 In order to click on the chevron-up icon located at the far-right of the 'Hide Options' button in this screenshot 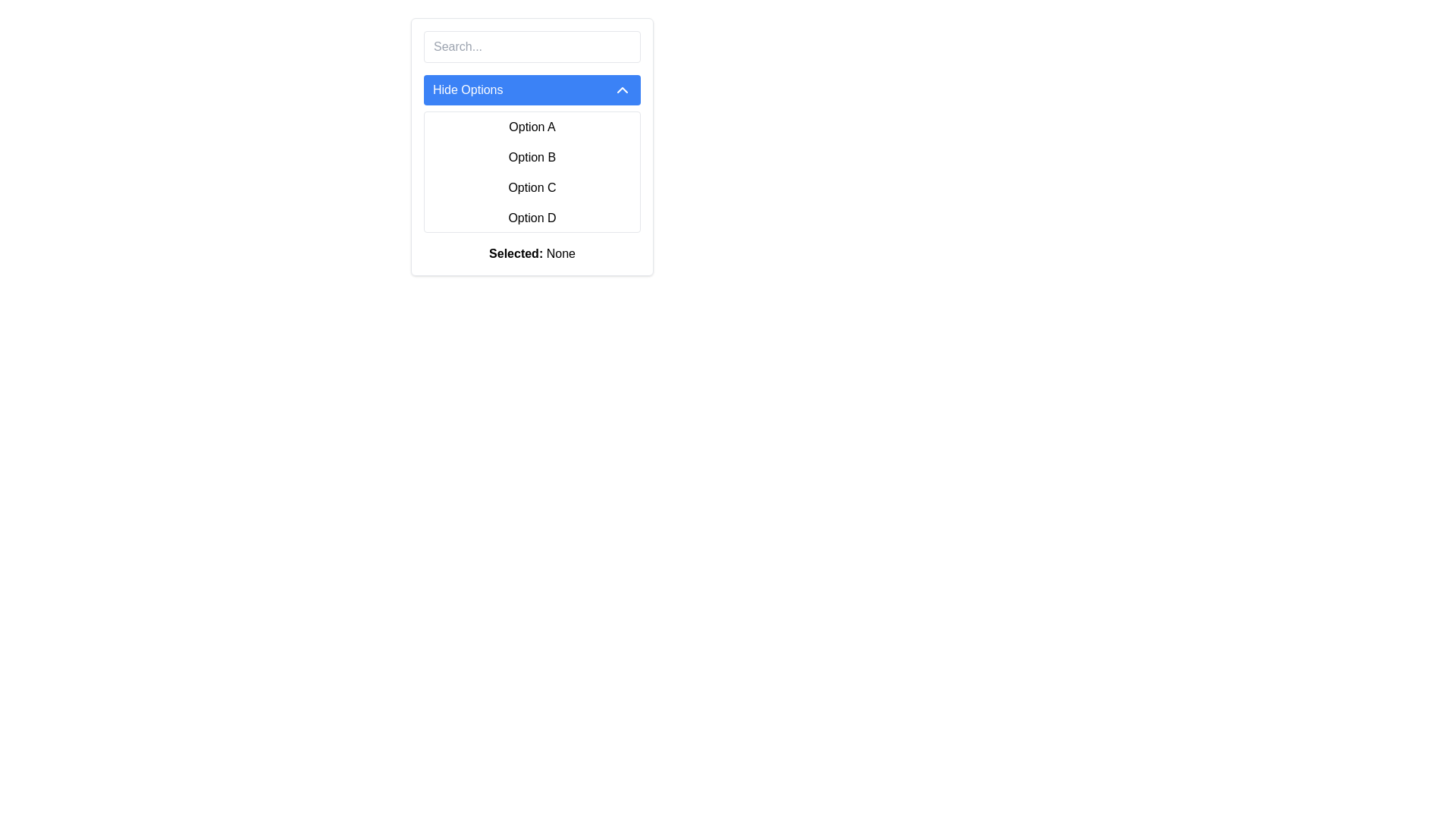, I will do `click(622, 90)`.